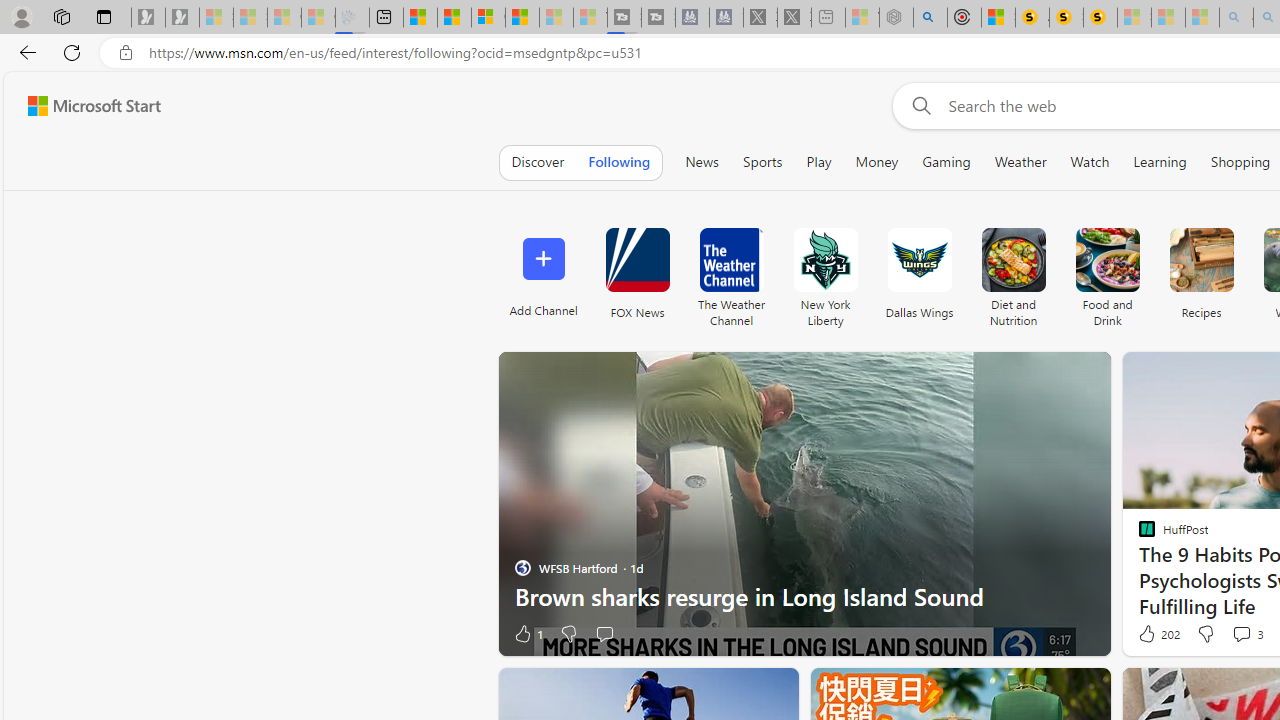  I want to click on 'Web search', so click(916, 105).